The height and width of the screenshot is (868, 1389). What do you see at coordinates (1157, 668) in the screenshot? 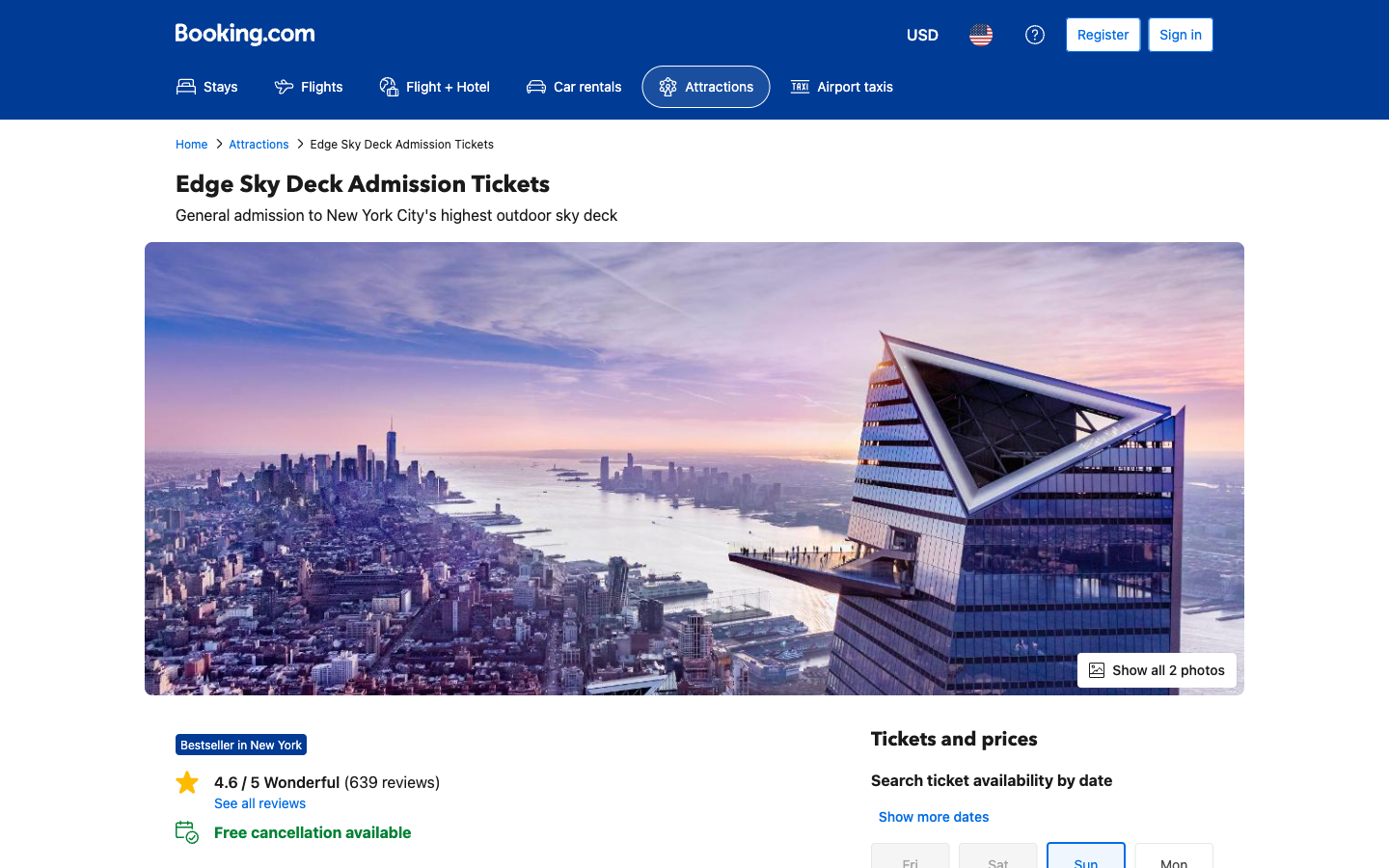
I see `the Entire Photo Gallery` at bounding box center [1157, 668].